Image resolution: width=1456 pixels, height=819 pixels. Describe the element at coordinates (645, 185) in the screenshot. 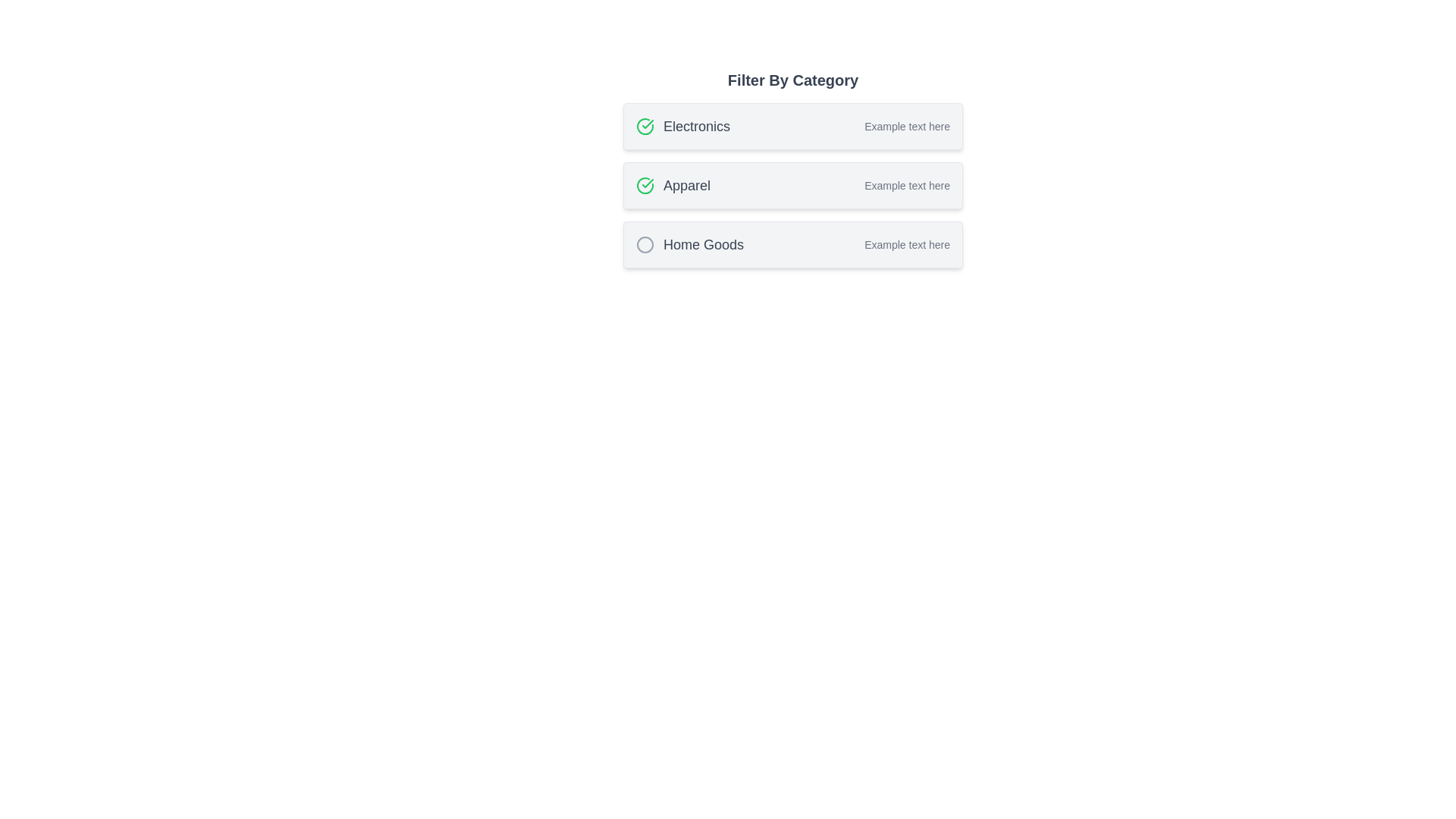

I see `the Indicator Icon (likely checkmark for selection) that marks the 'Apparel' category as chosen, located to the left of the text 'Apparel'` at that location.